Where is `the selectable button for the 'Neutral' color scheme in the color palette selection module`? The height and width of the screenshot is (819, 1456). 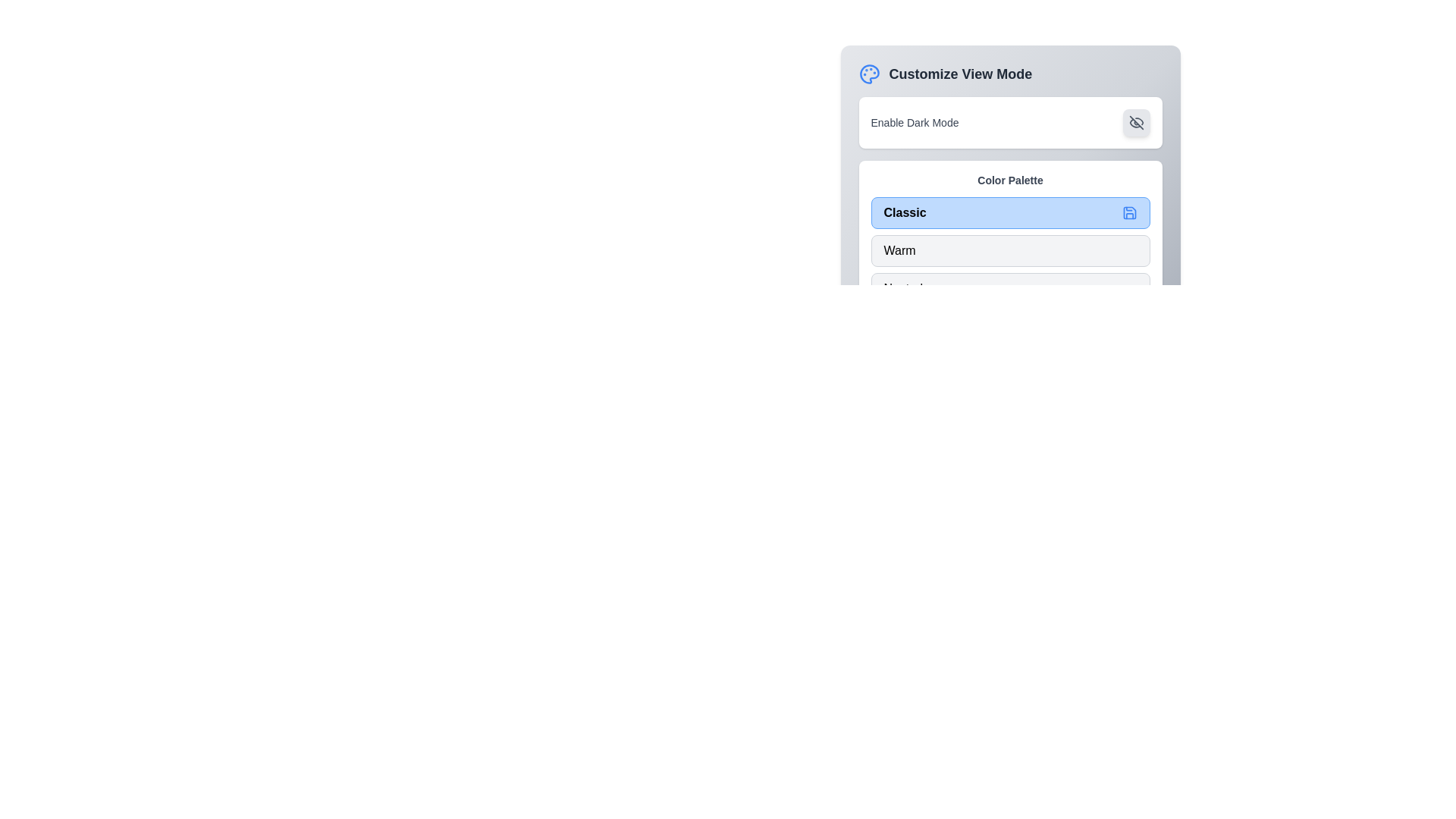
the selectable button for the 'Neutral' color scheme in the color palette selection module is located at coordinates (1010, 289).